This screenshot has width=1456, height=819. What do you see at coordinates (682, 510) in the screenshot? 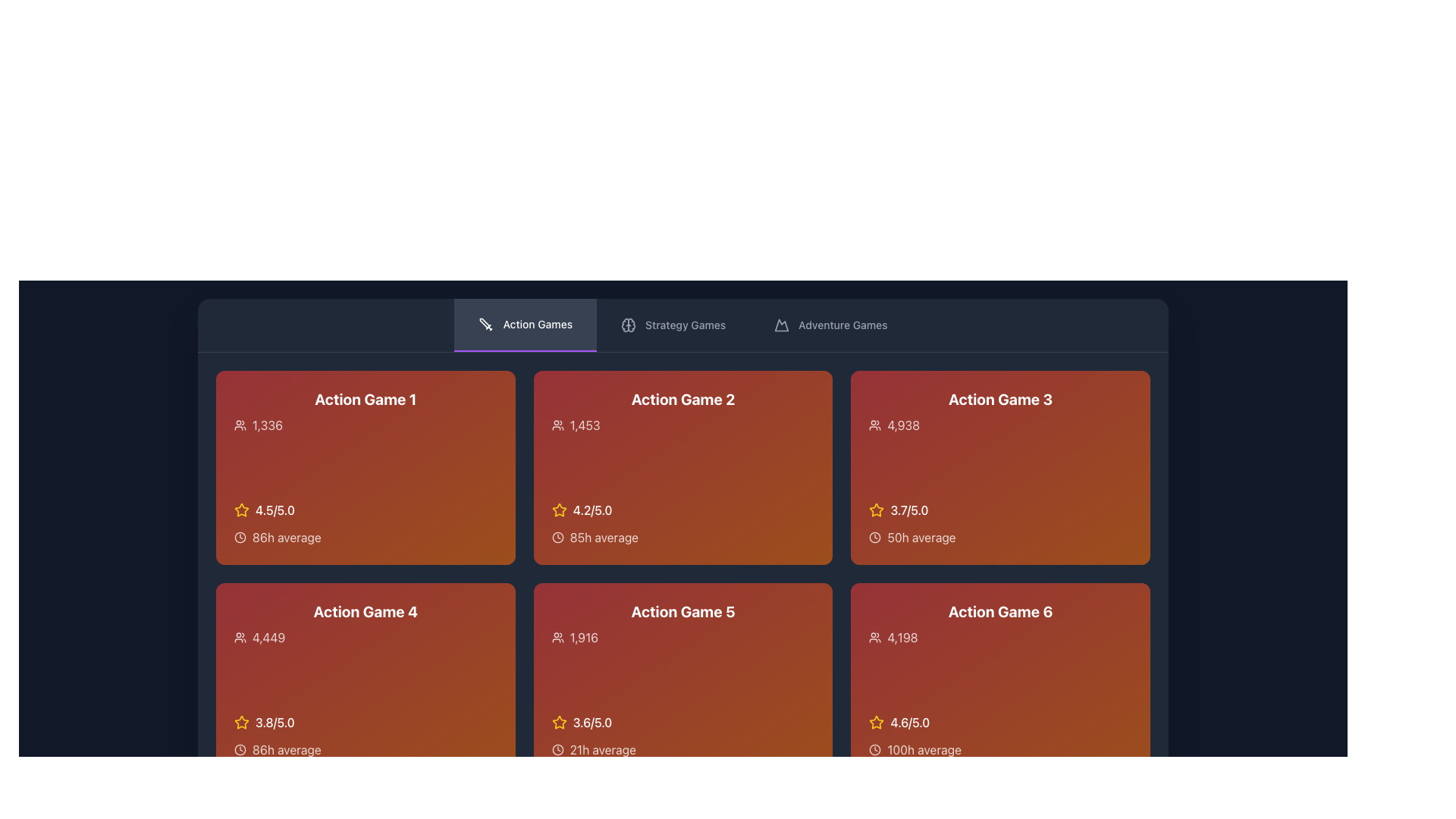
I see `the Rating Display that shows the text '4.2/5.0' in white font, with a yellow star icon on its left, located within the second card labeled 'Action Game 2'` at bounding box center [682, 510].